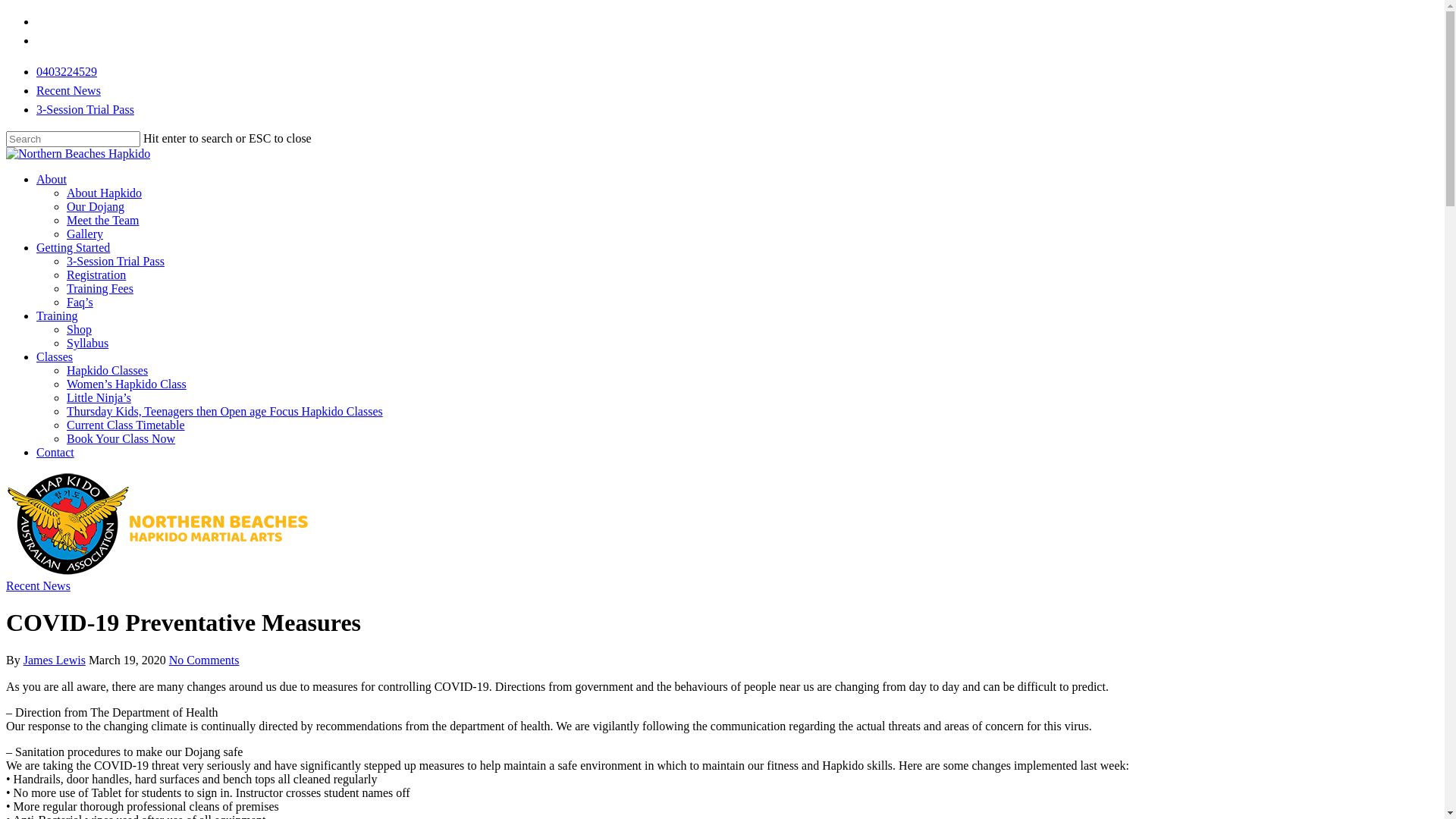 This screenshot has width=1456, height=819. Describe the element at coordinates (36, 356) in the screenshot. I see `'Classes'` at that location.